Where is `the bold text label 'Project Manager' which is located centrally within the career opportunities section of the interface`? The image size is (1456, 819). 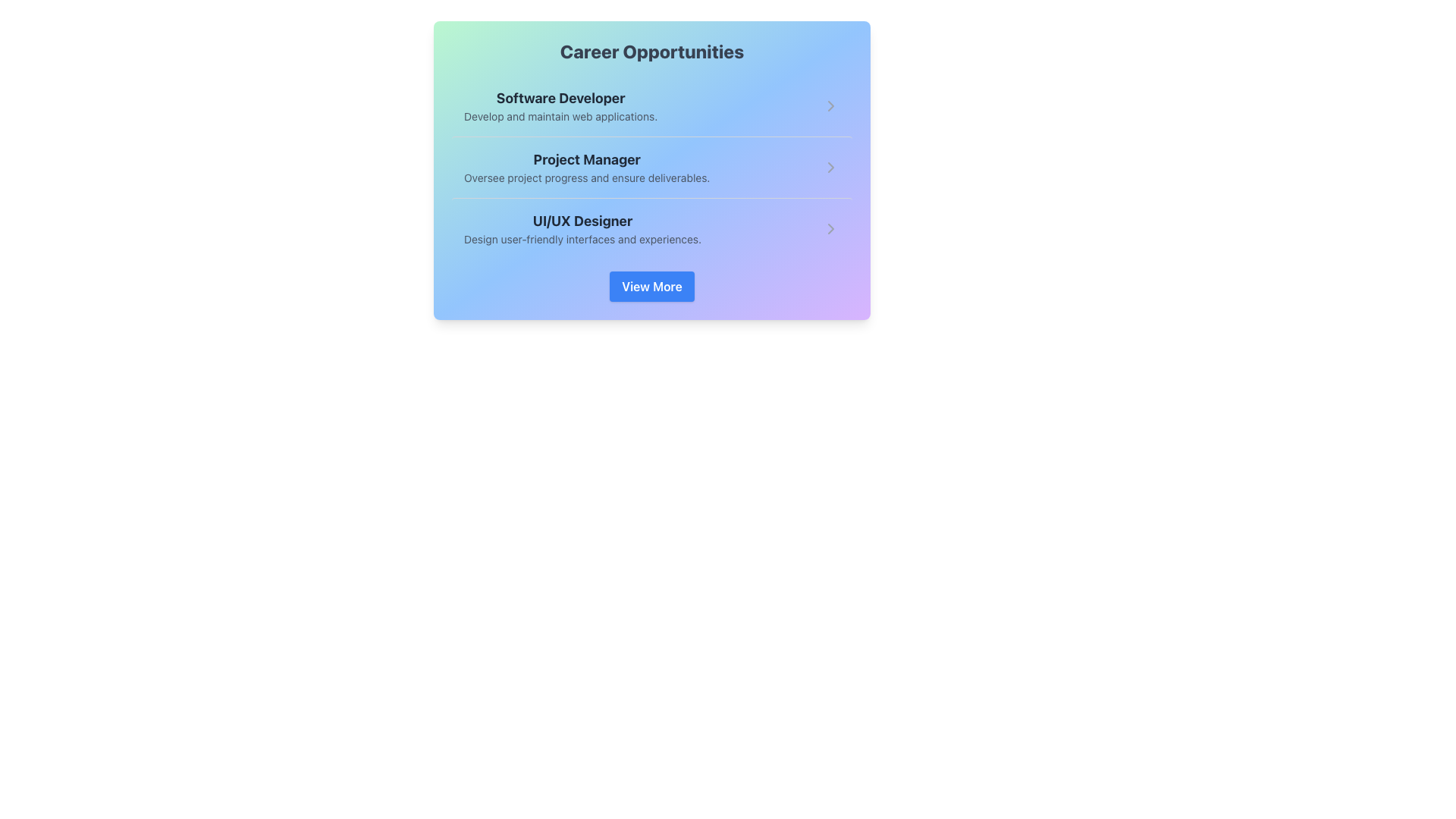
the bold text label 'Project Manager' which is located centrally within the career opportunities section of the interface is located at coordinates (586, 160).